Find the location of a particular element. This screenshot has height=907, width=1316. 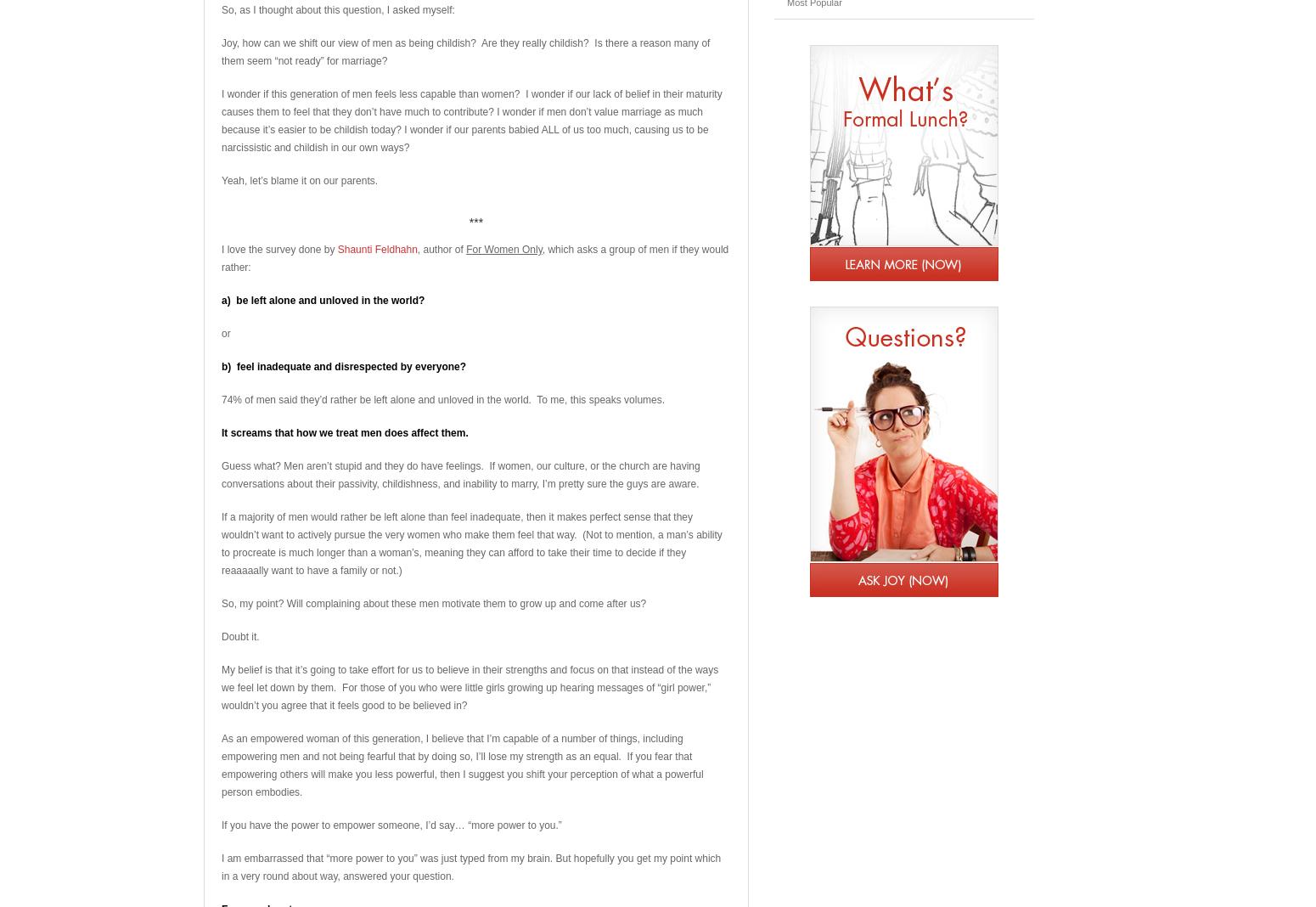

'a)  be left alone and unloved in the world?' is located at coordinates (322, 300).